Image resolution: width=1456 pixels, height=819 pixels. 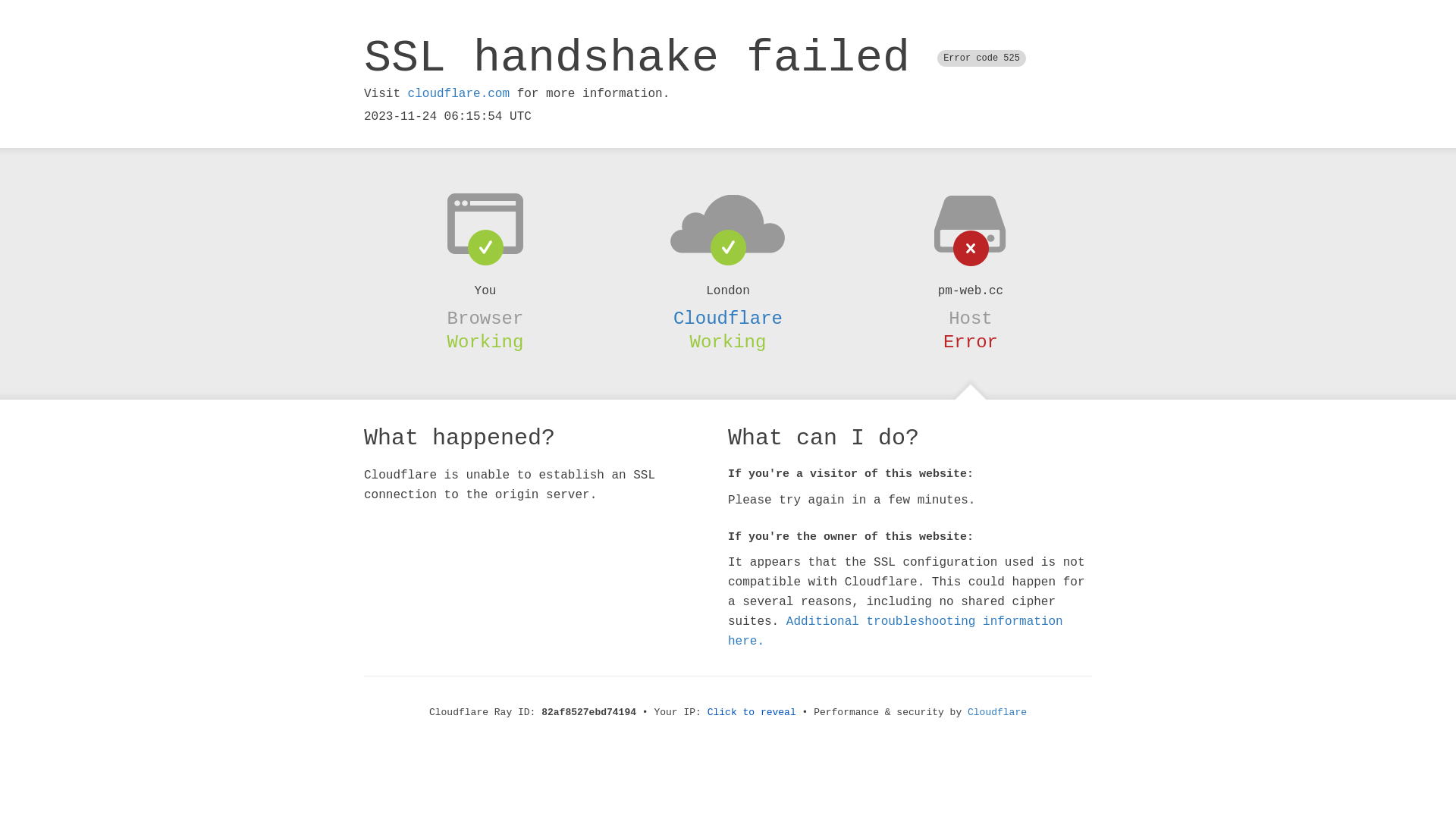 What do you see at coordinates (752, 712) in the screenshot?
I see `'Click to reveal'` at bounding box center [752, 712].